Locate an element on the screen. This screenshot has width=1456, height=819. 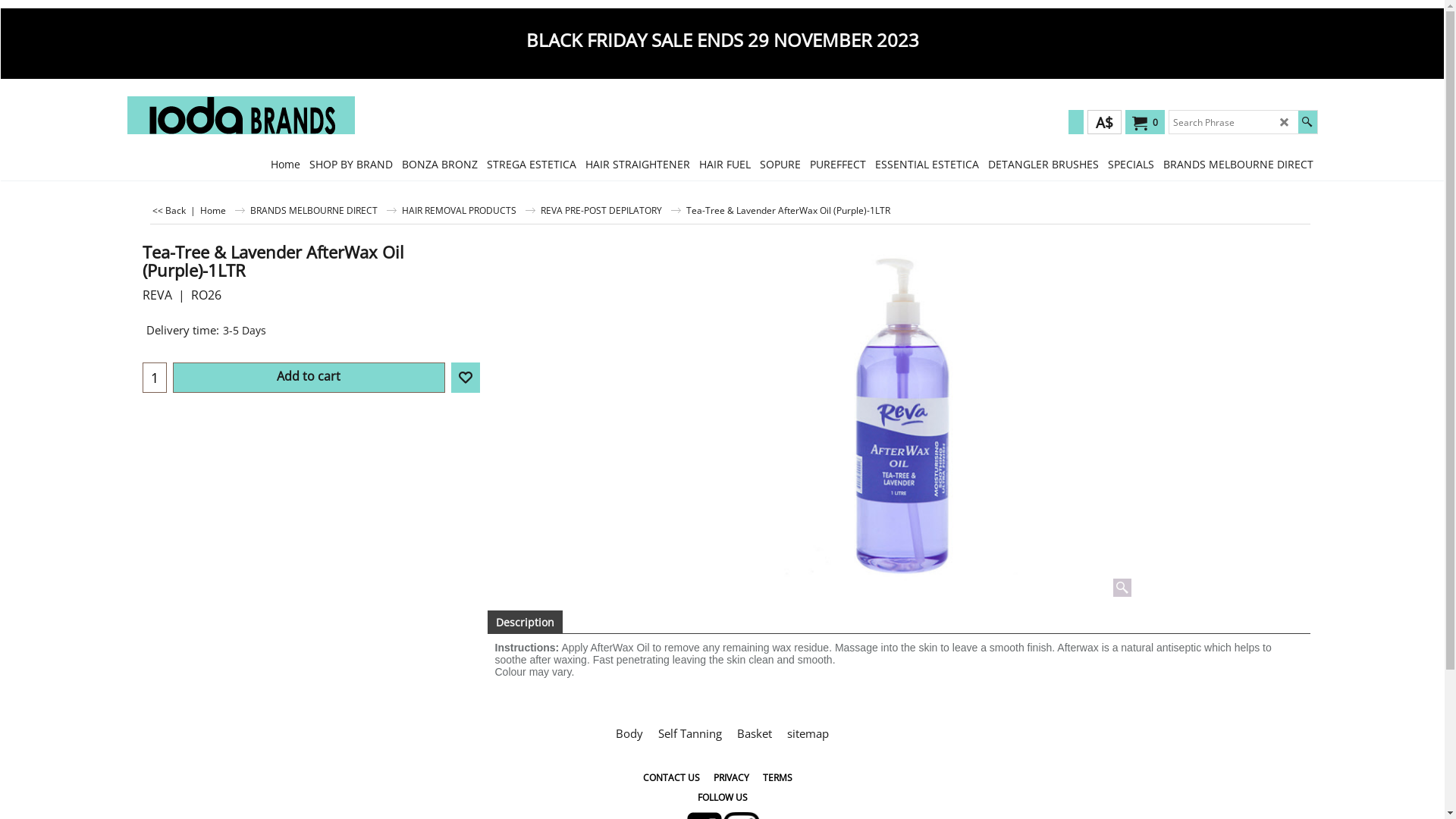
'BONZA BRONZ' is located at coordinates (439, 163).